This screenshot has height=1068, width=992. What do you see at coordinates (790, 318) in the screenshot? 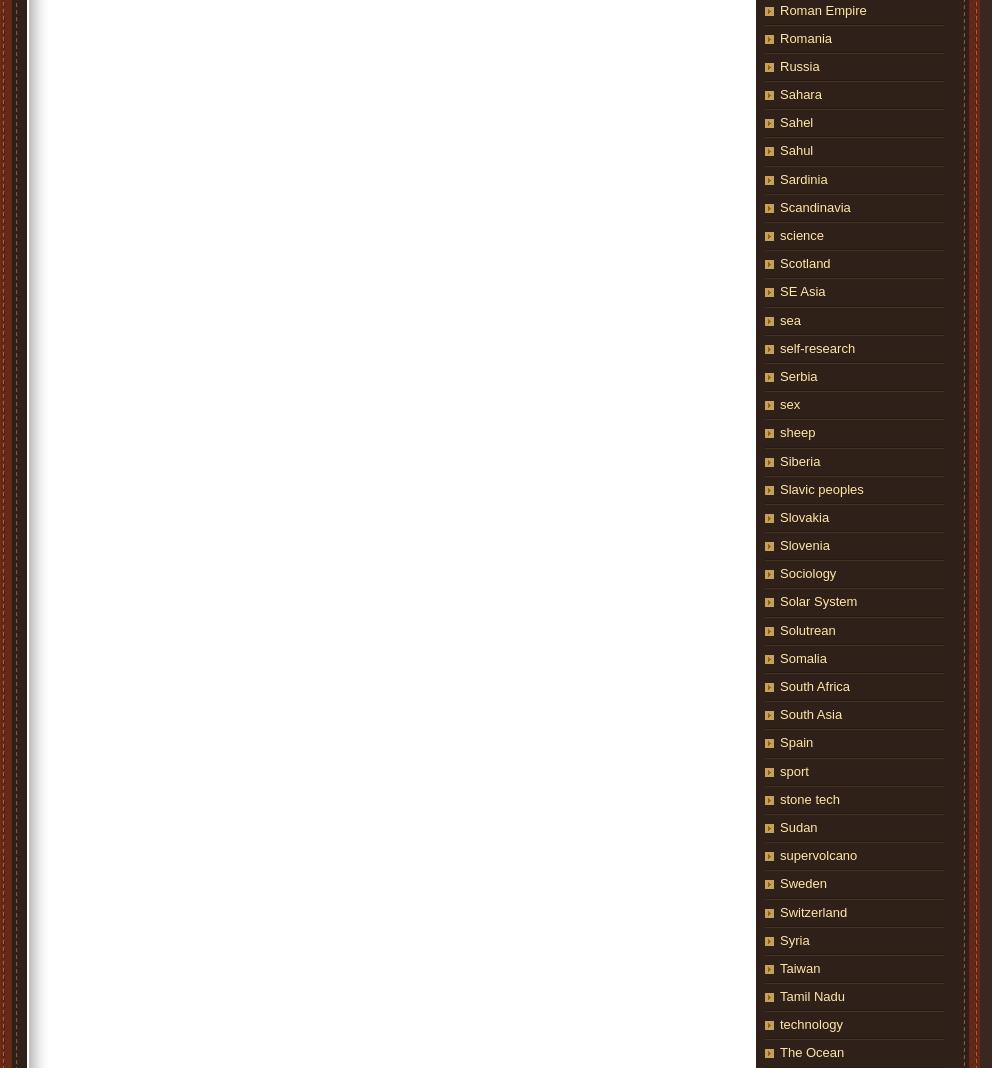
I see `'sea'` at bounding box center [790, 318].